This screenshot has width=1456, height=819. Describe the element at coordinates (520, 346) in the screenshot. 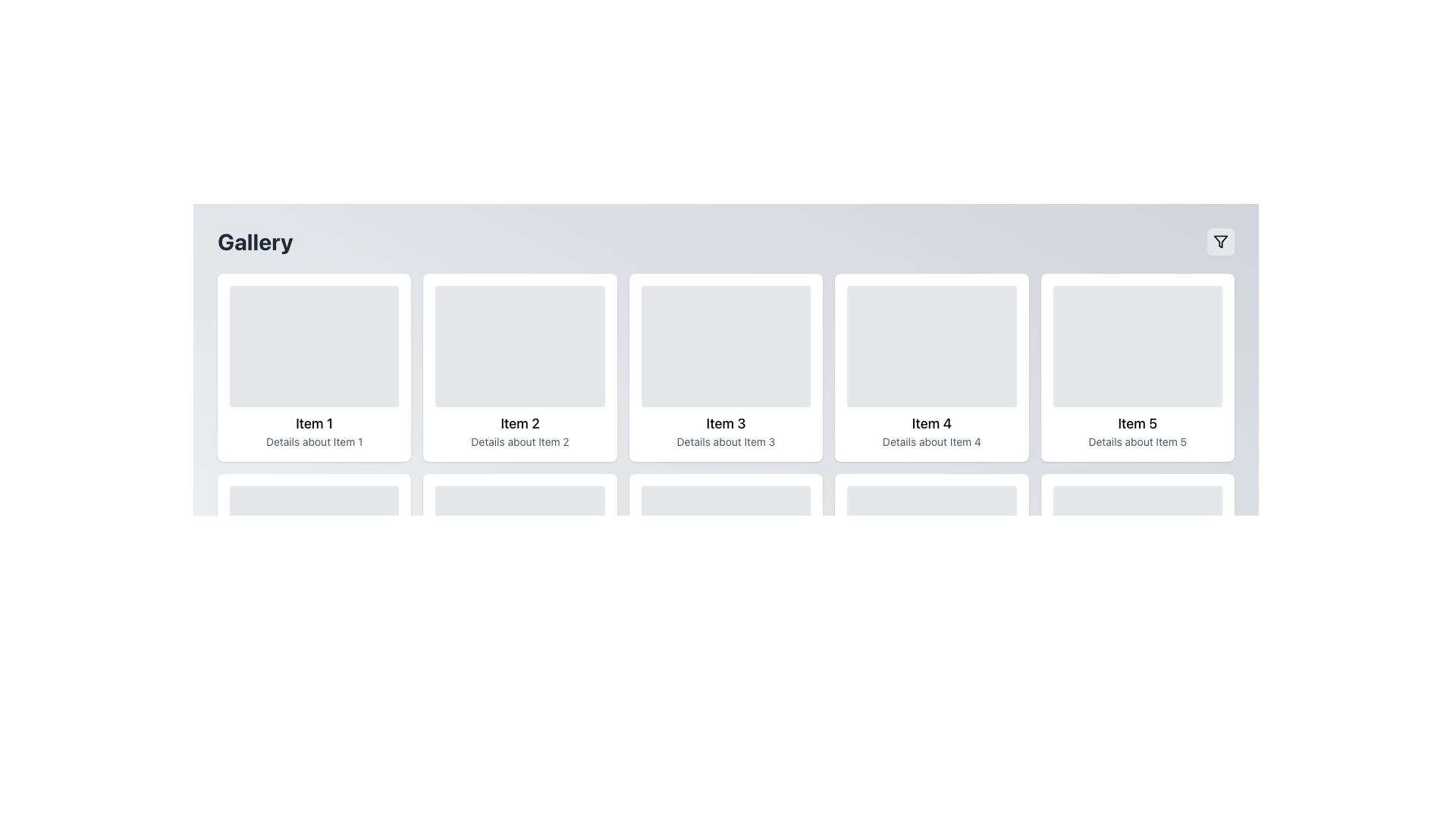

I see `the placeholder component in the 'Item 2' card to perform related actions` at that location.